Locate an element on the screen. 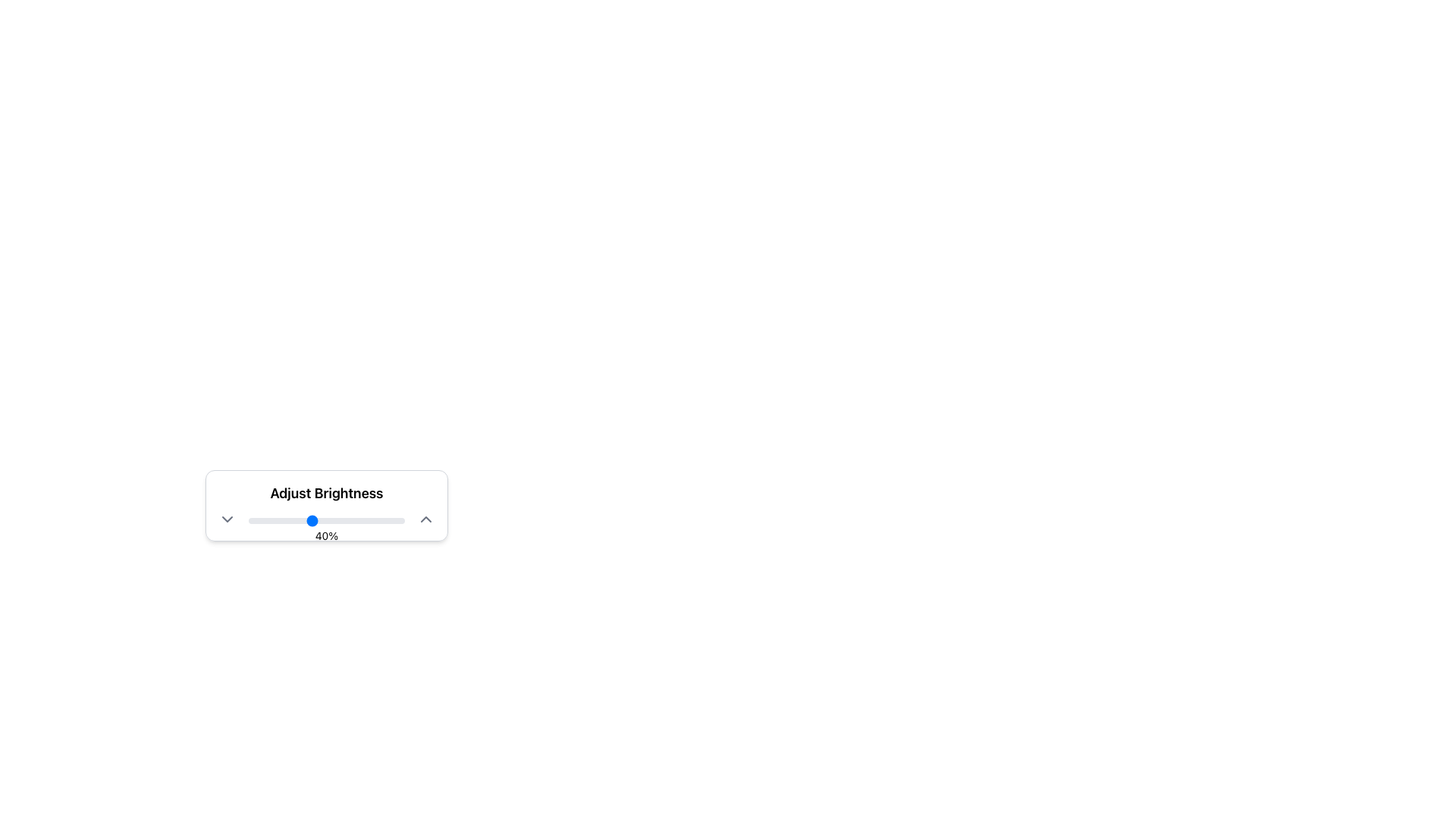  the brightness is located at coordinates (275, 519).